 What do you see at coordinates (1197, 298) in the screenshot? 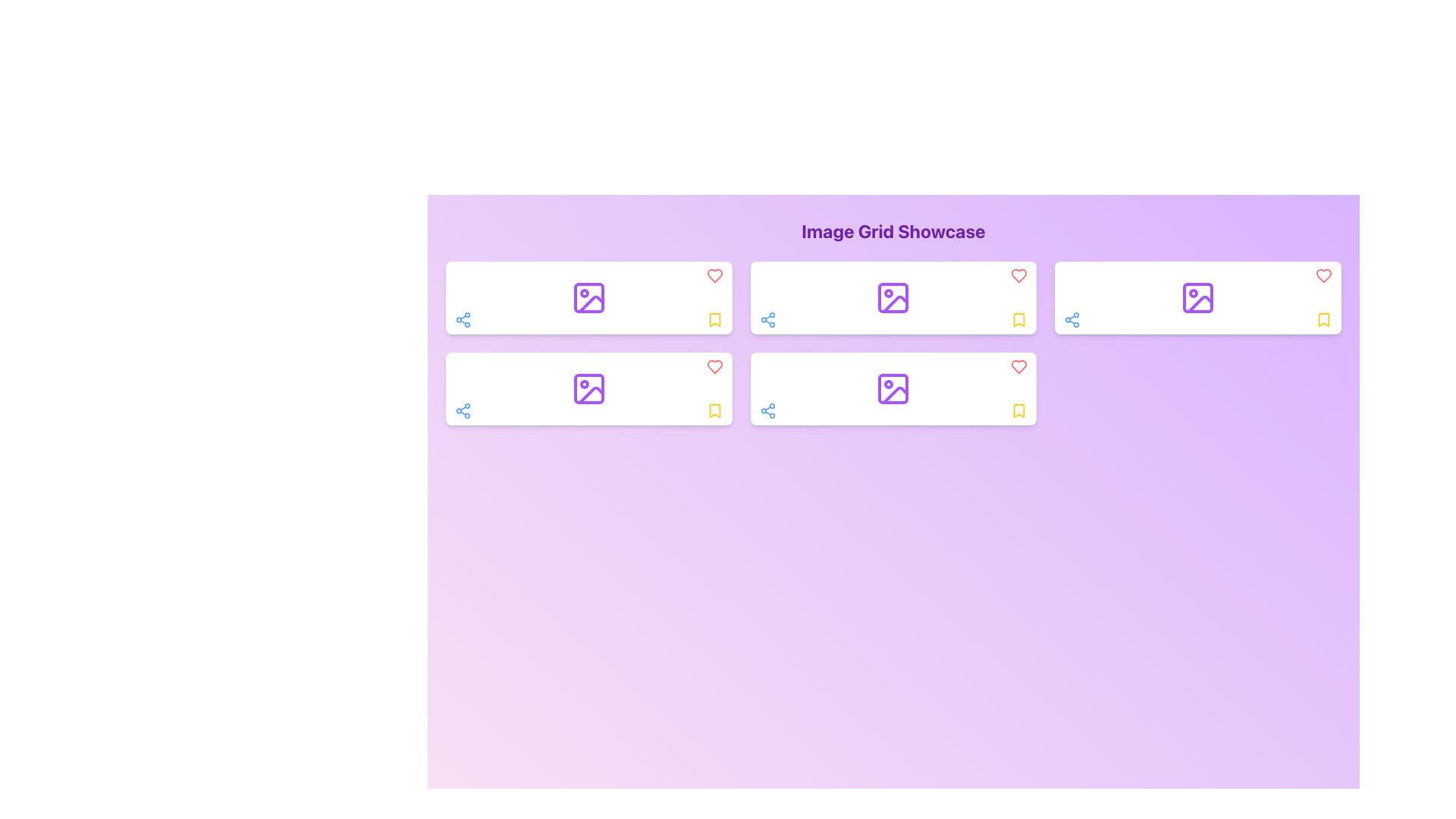
I see `the icon representing an image or gallery located centrally within the top-right card of the grid titled 'Image Grid Showcase'` at bounding box center [1197, 298].